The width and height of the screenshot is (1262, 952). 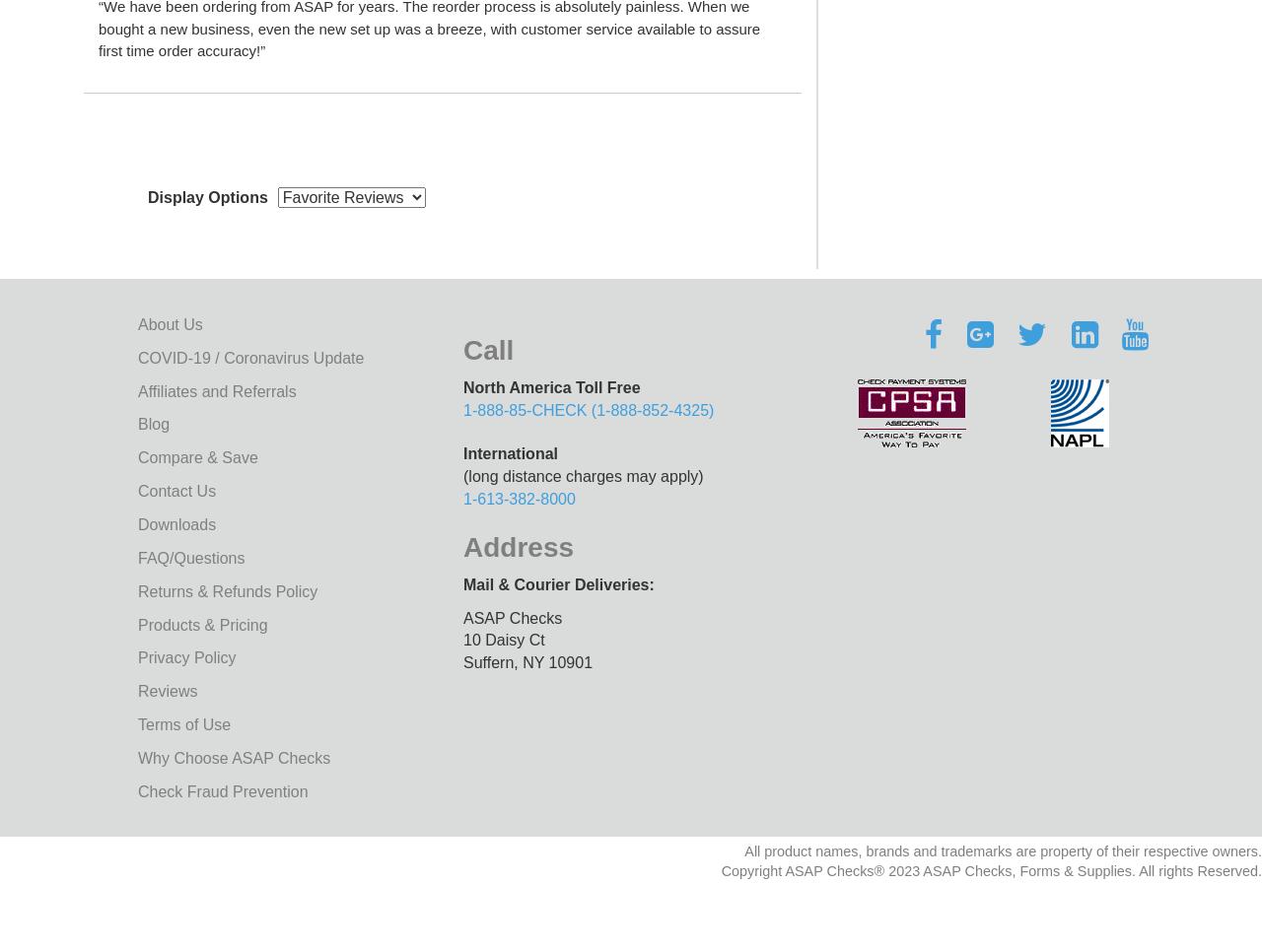 What do you see at coordinates (533, 662) in the screenshot?
I see `'NY'` at bounding box center [533, 662].